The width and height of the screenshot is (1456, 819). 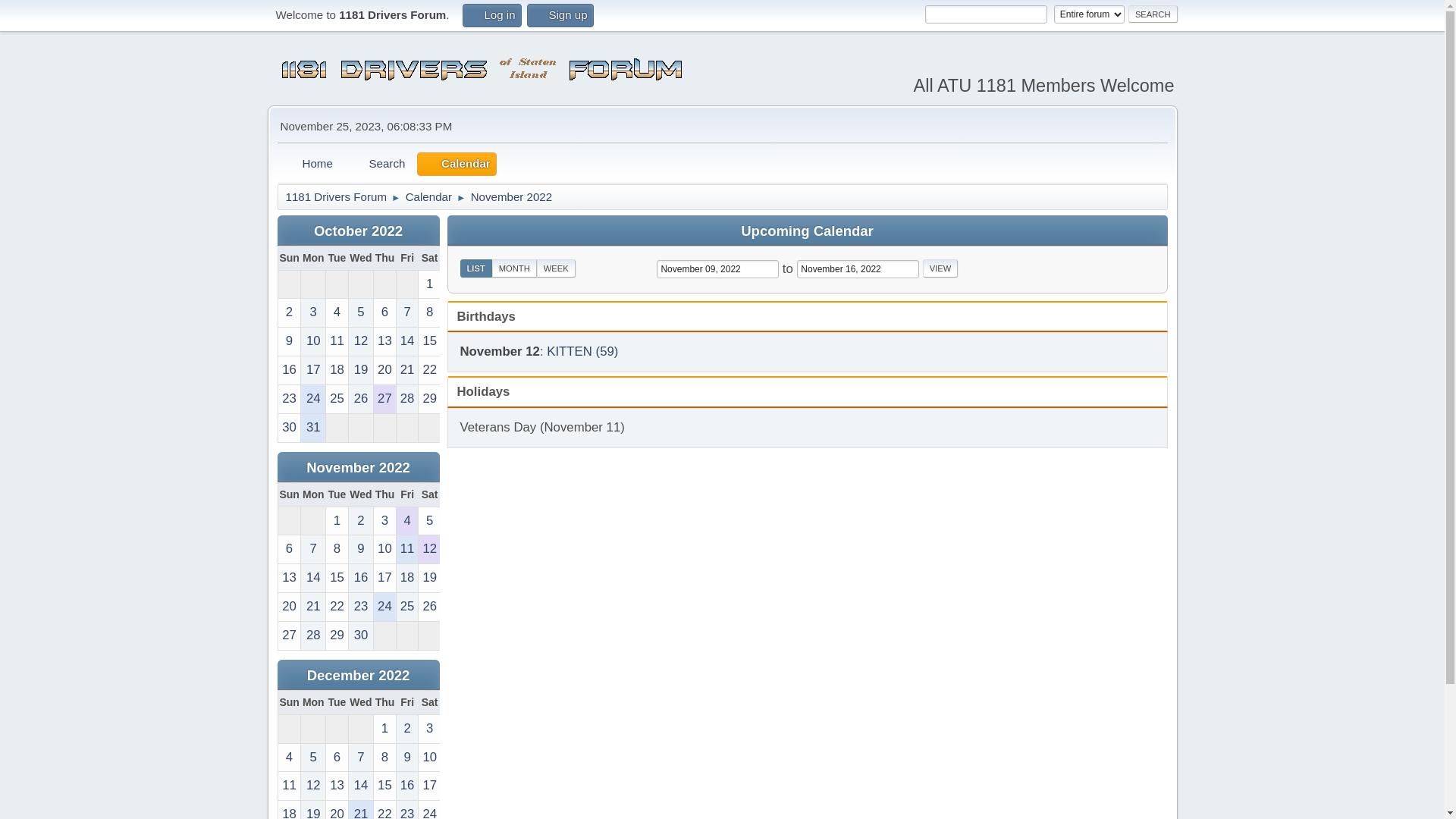 I want to click on '1181 Drivers Forum', so click(x=284, y=193).